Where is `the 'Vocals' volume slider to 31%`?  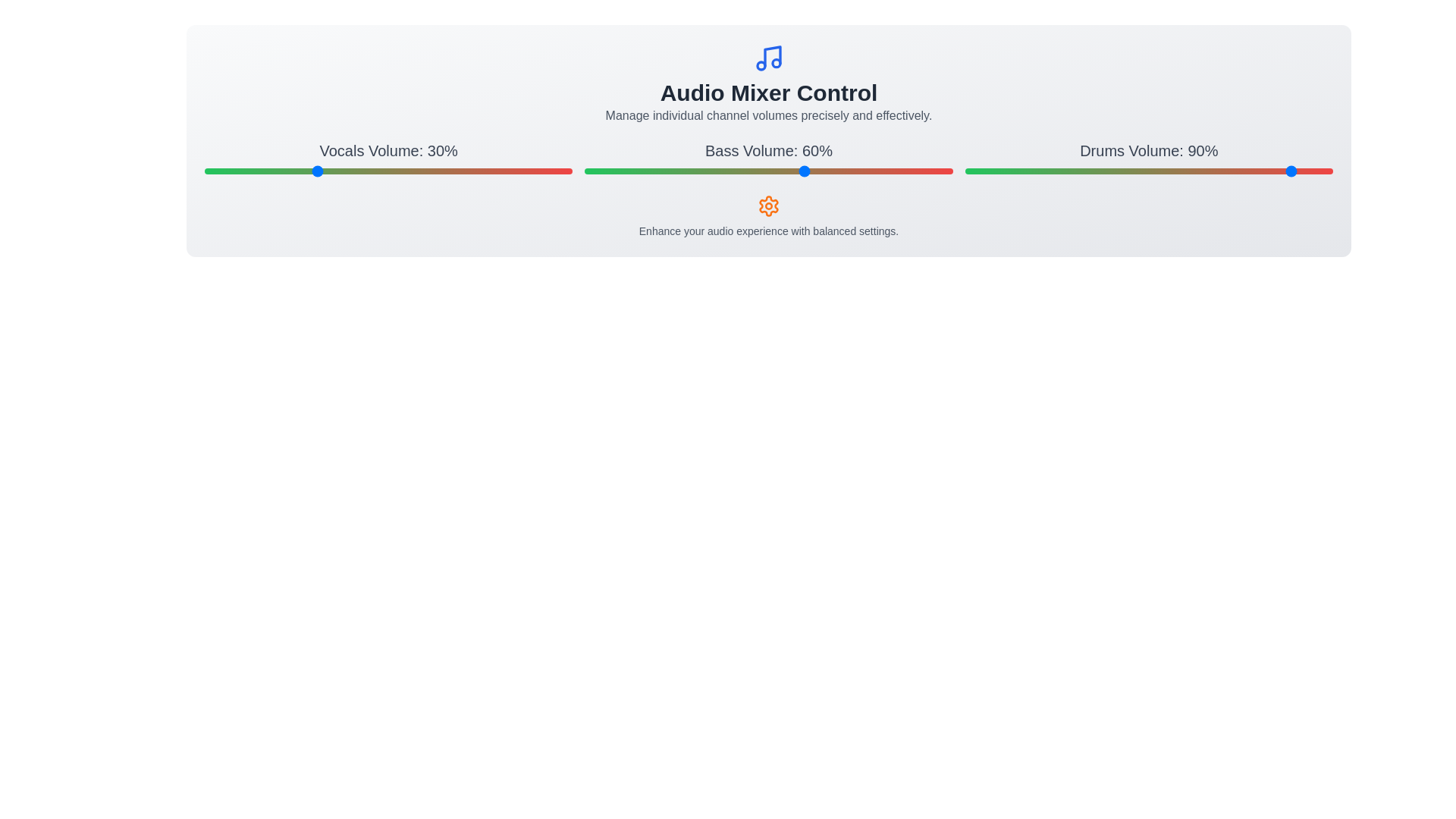 the 'Vocals' volume slider to 31% is located at coordinates (318, 171).